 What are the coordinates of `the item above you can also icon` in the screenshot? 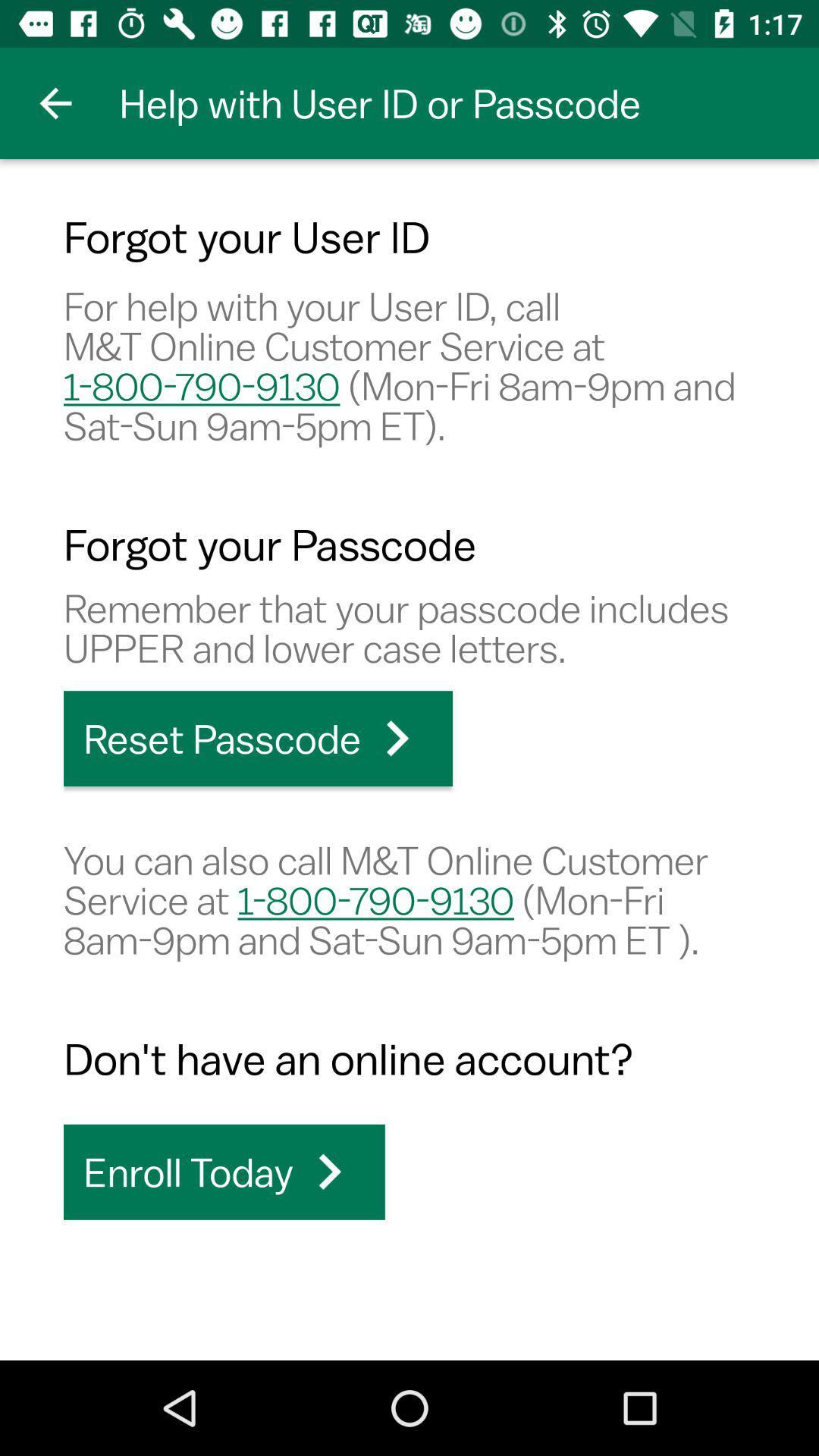 It's located at (257, 739).